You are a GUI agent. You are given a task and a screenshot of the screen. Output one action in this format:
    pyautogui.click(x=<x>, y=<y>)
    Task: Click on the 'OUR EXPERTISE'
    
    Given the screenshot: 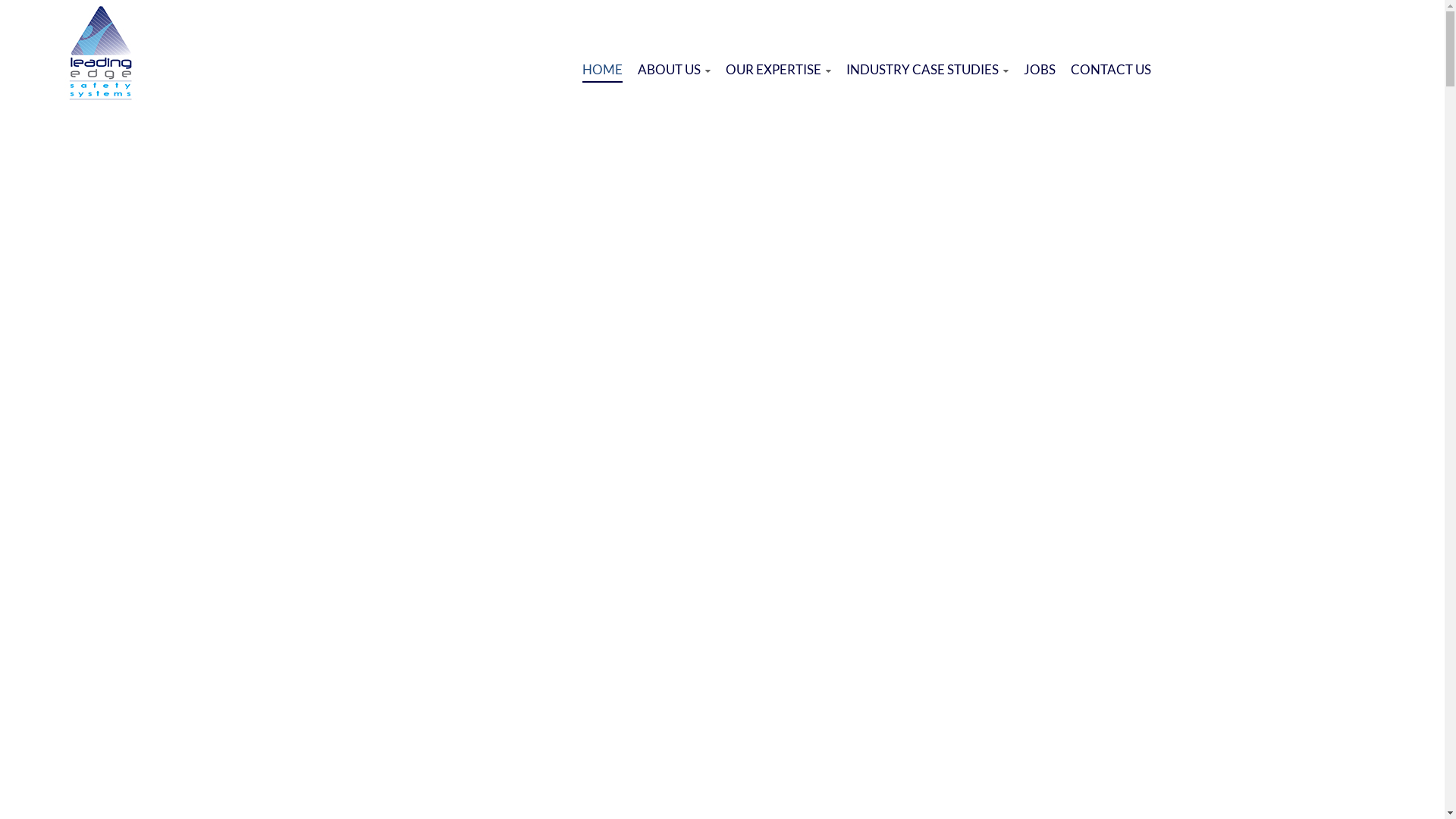 What is the action you would take?
    pyautogui.click(x=777, y=70)
    